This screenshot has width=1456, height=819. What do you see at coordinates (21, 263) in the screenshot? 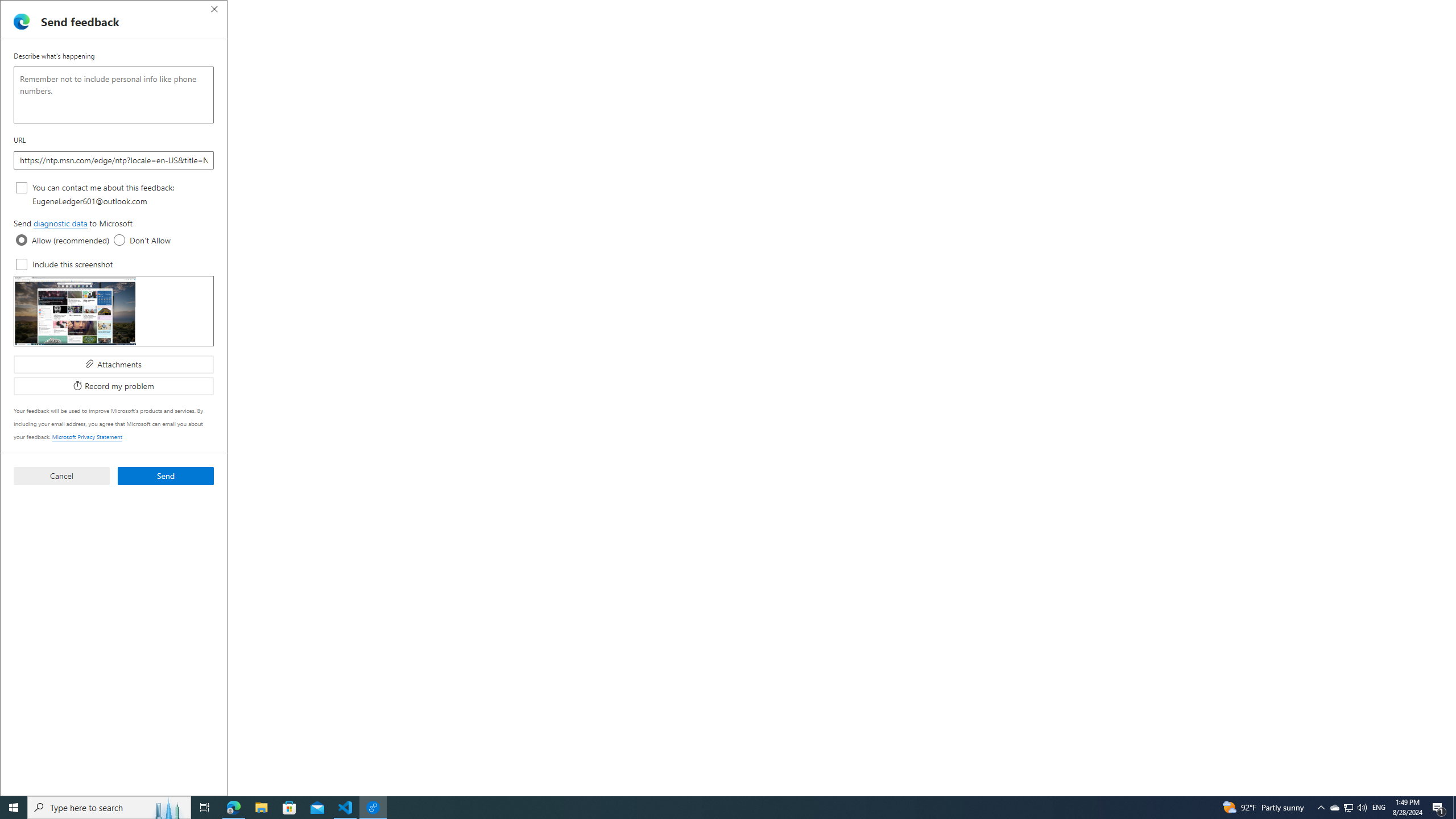
I see `'Include this screenshot'` at bounding box center [21, 263].